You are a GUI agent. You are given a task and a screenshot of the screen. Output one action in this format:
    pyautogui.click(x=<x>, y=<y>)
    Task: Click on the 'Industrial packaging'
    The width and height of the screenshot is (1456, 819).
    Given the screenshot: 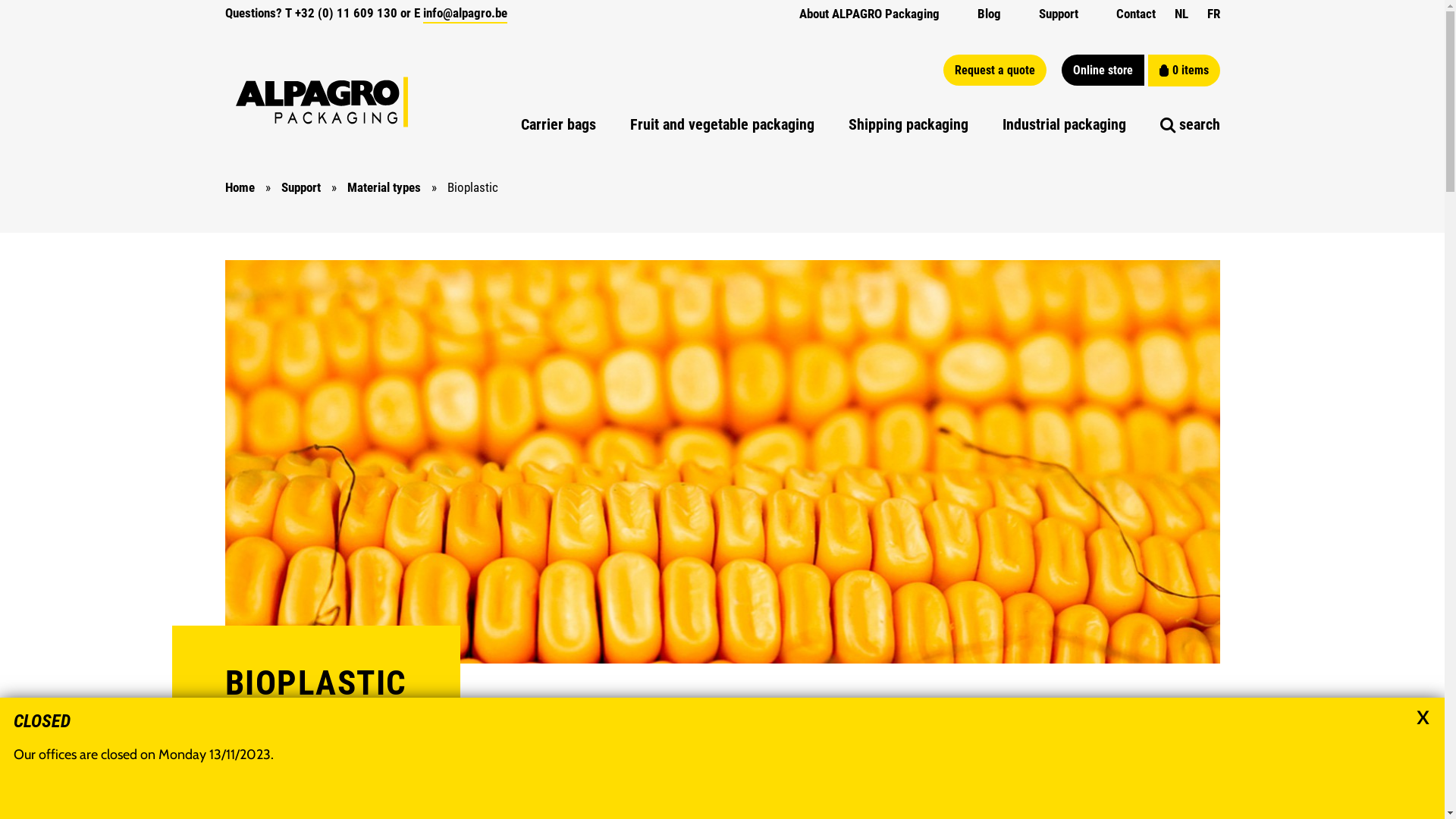 What is the action you would take?
    pyautogui.click(x=1002, y=124)
    